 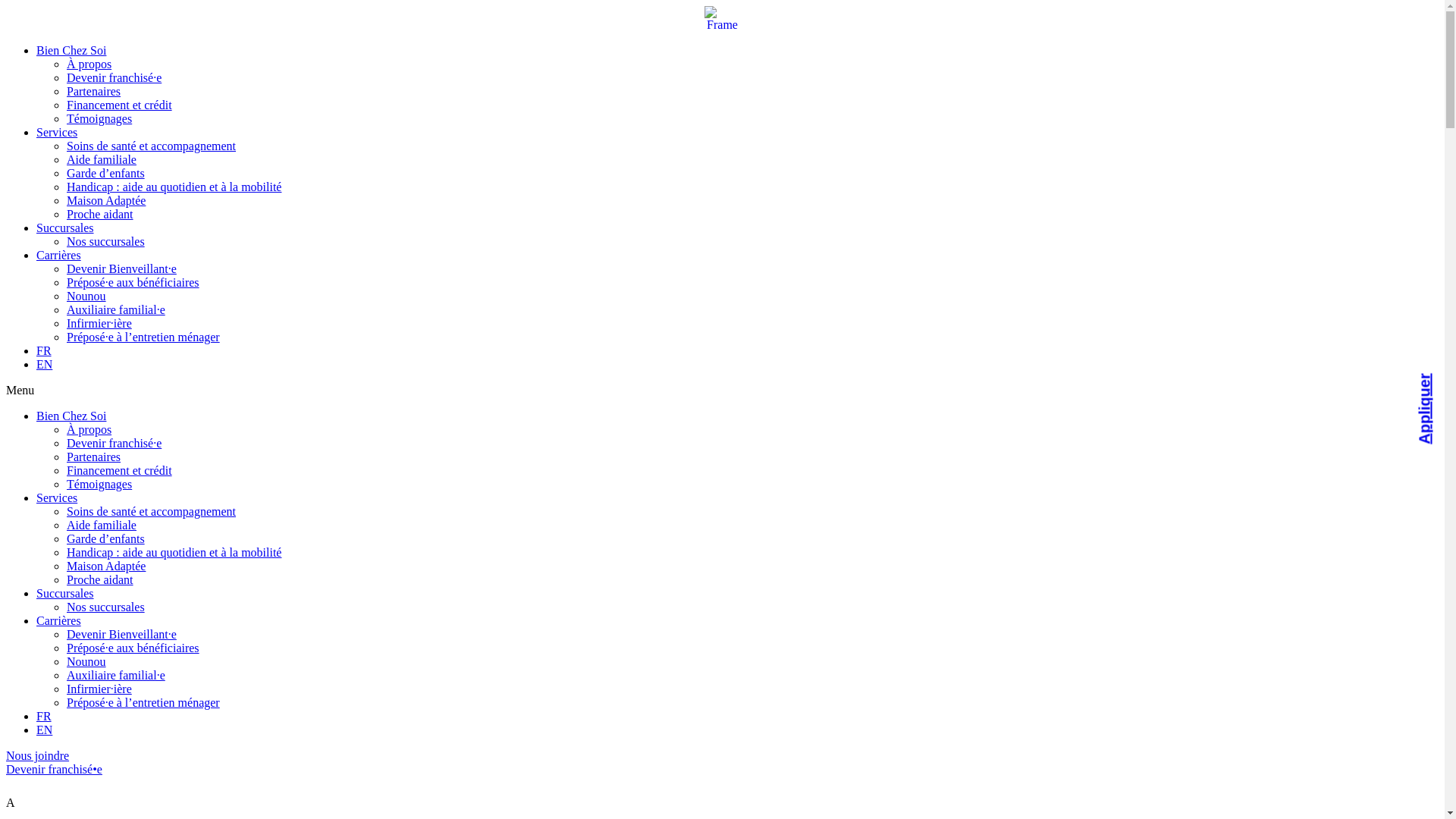 I want to click on 'Aide familiale', so click(x=101, y=524).